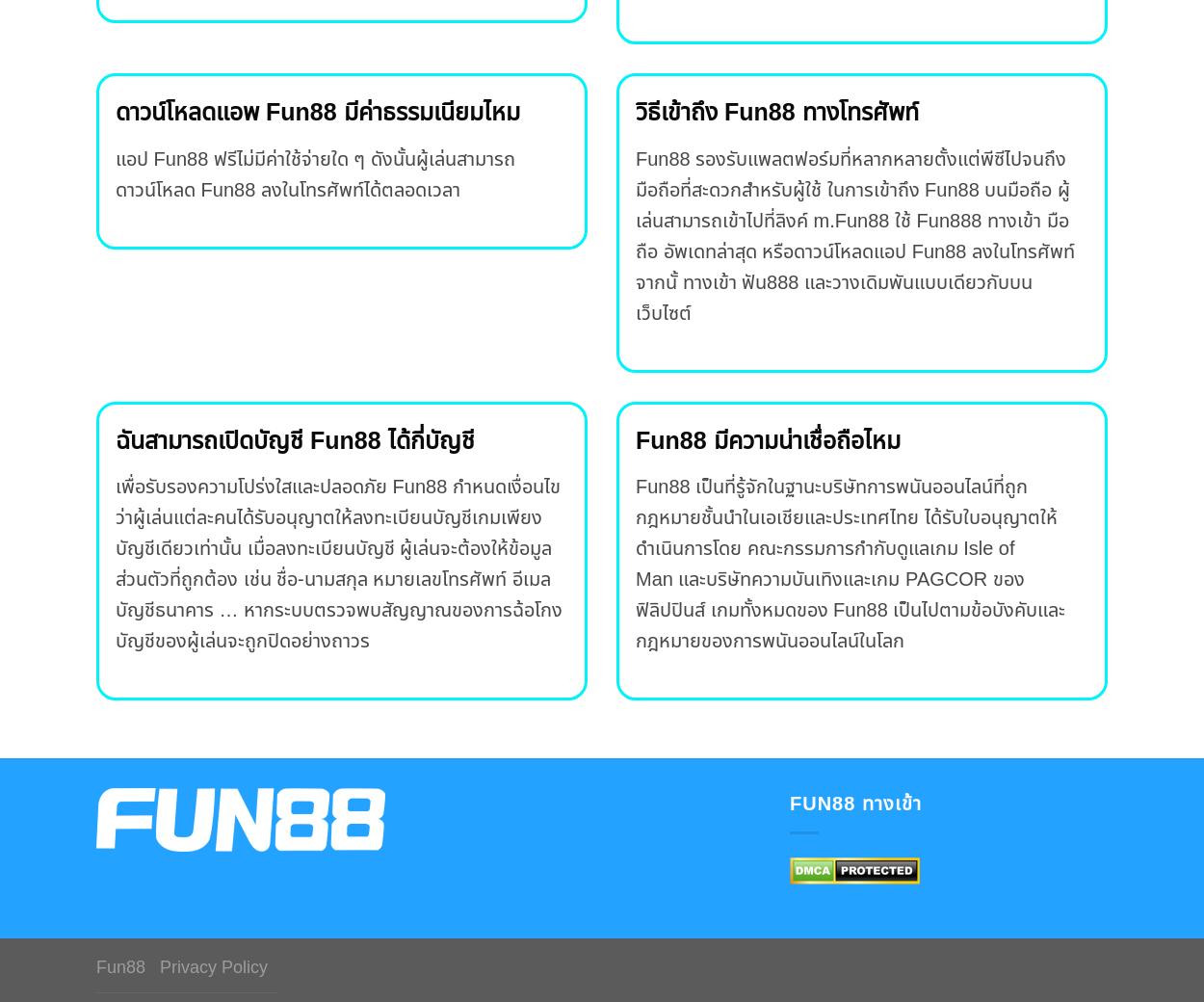 This screenshot has height=1002, width=1204. What do you see at coordinates (852, 189) in the screenshot?
I see `'Fun88 รองรับแพลตฟอร์มที่หลากหลายตั้งแต่พีซีไปจนถึงมือถือที่สะดวกสำหรับผู้ใช้ ในการเข้าถึง Fun88 บนมือถือ ผู้เล่นสามารถเข้าไปที่ลิงค์'` at bounding box center [852, 189].